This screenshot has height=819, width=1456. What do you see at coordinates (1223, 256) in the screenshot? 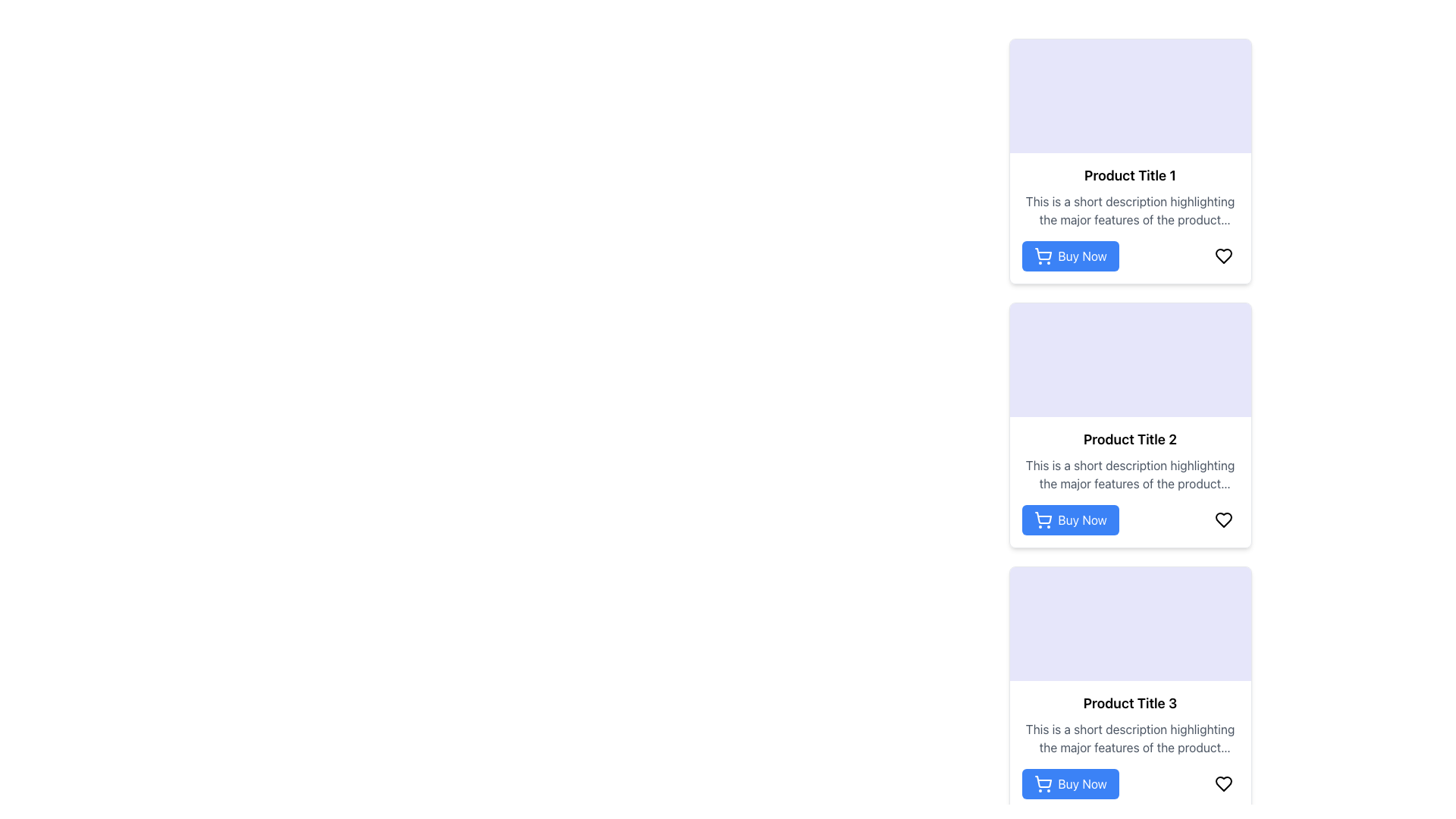
I see `the heart-shaped icon located at the right bottom corner of the card labeled 'Product Title 1'` at bounding box center [1223, 256].